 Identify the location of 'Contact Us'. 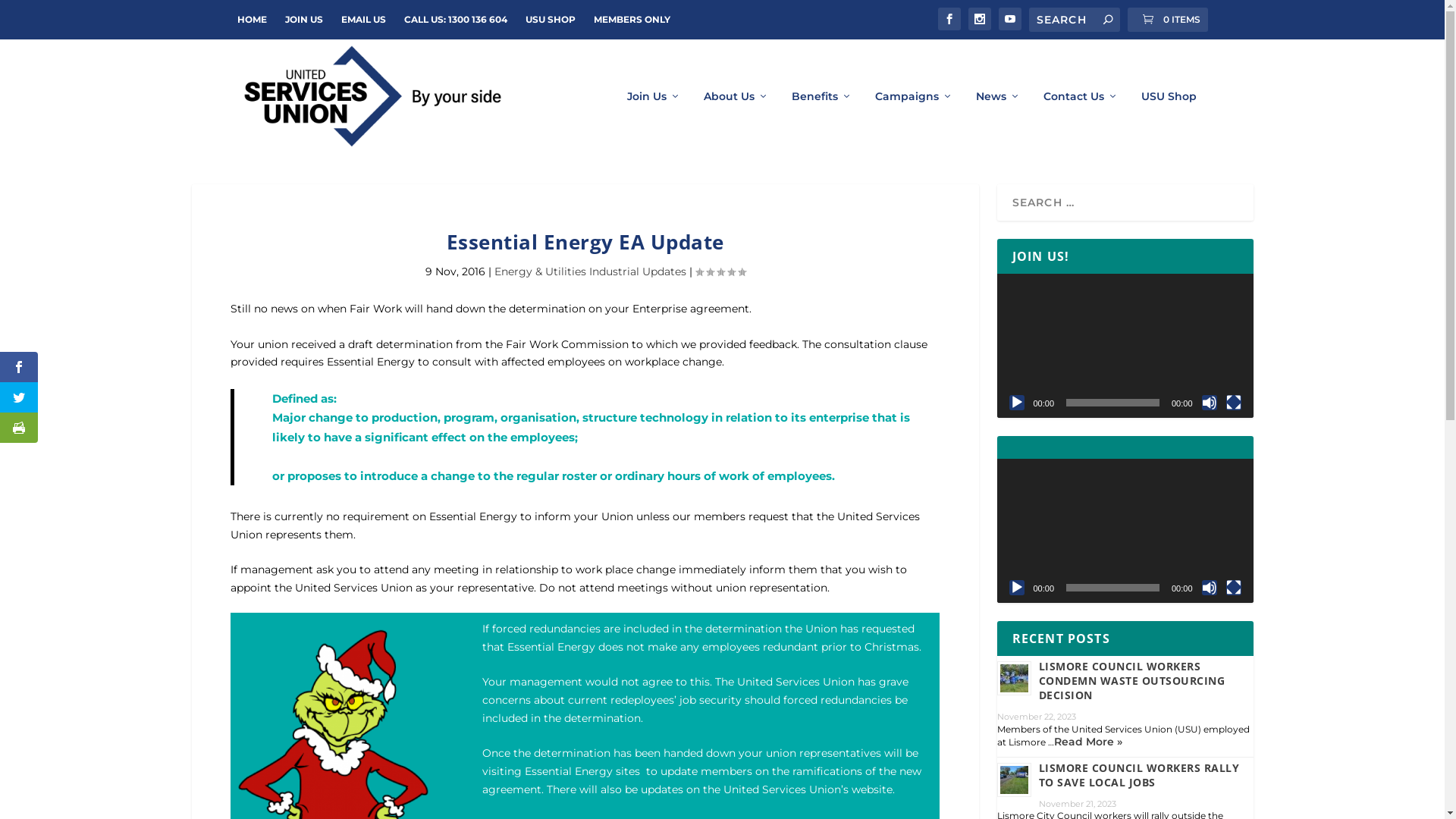
(1080, 121).